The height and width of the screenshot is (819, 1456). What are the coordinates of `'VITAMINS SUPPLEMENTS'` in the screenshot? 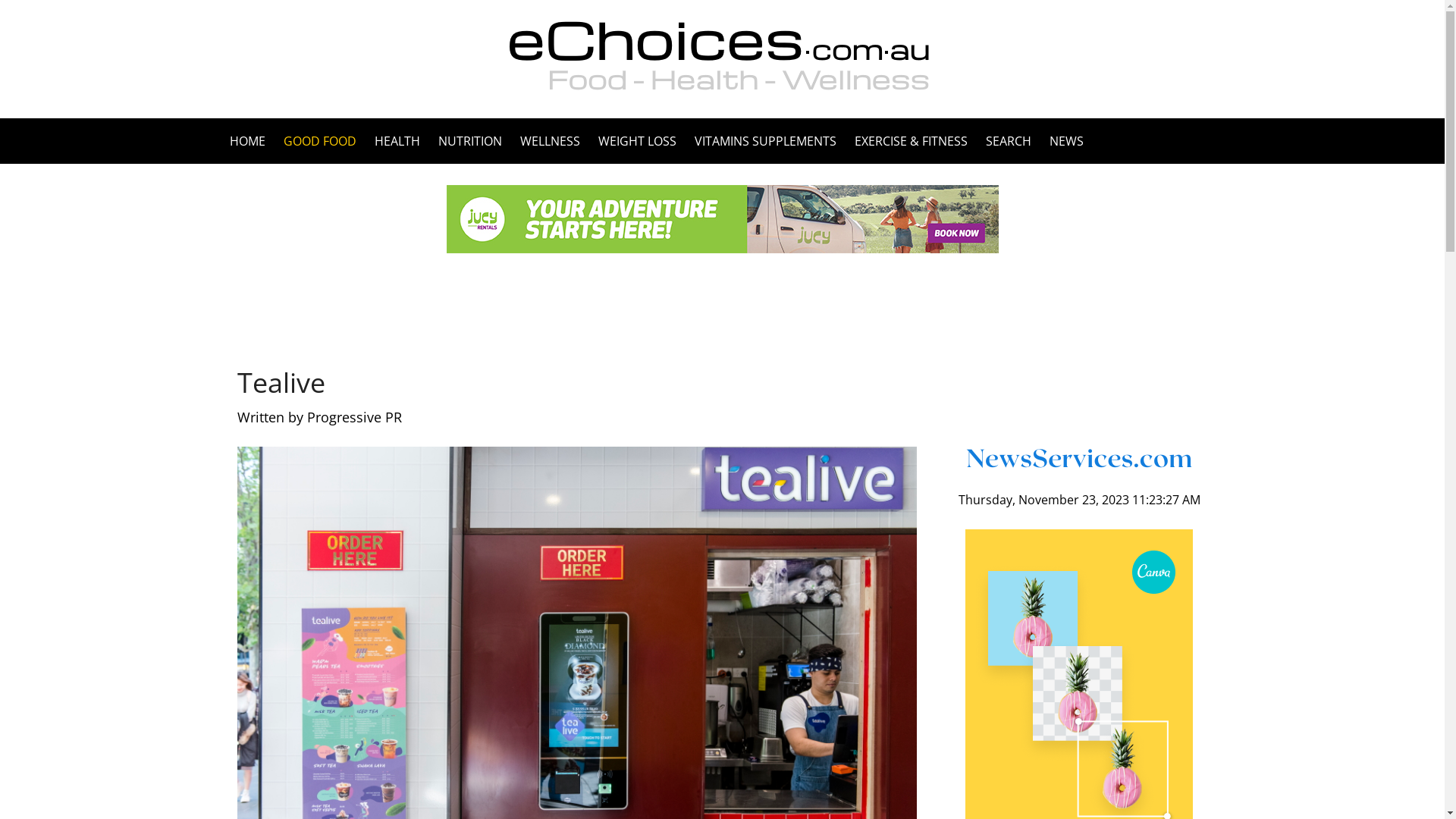 It's located at (684, 140).